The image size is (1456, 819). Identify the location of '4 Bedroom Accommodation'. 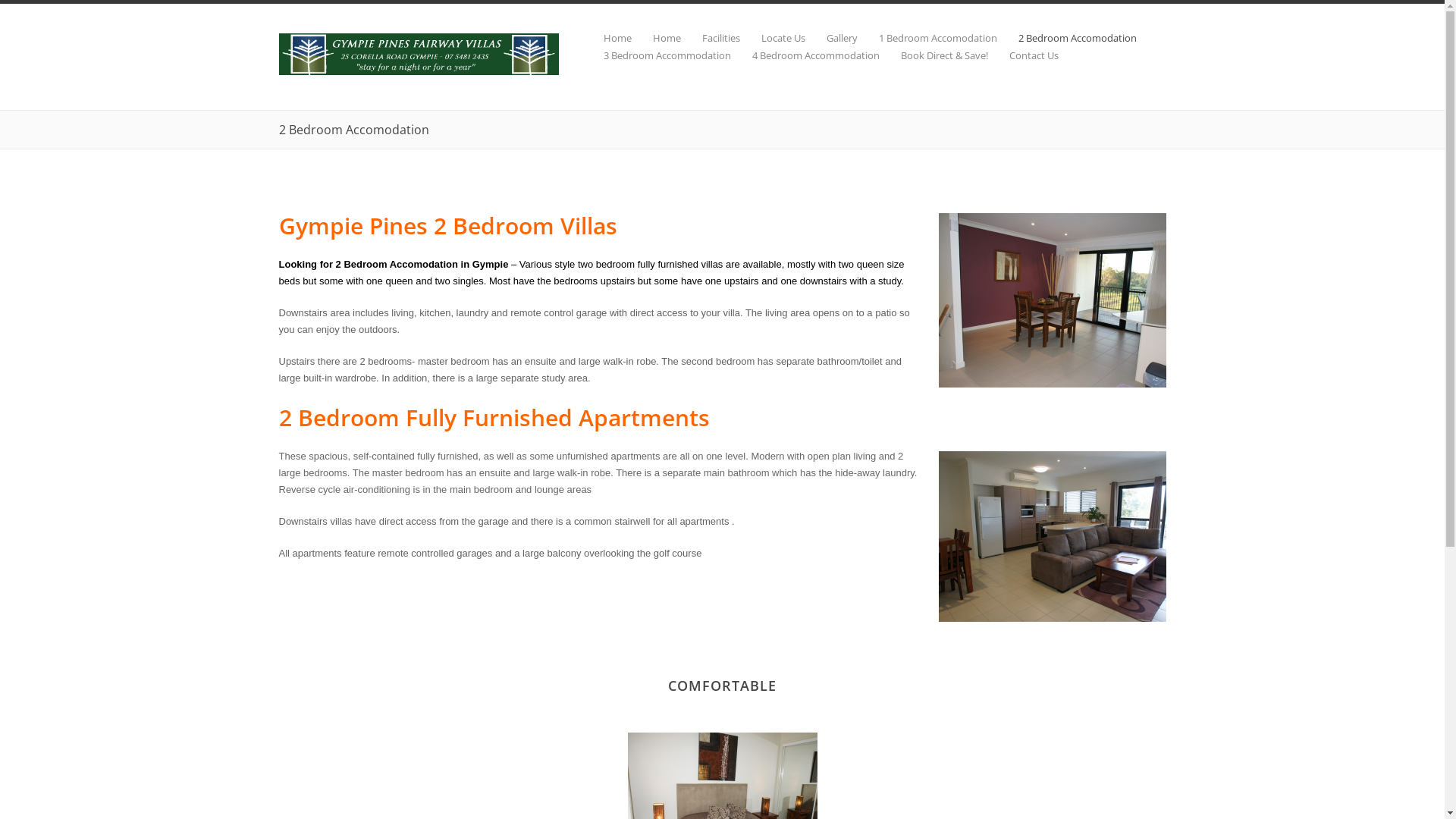
(804, 55).